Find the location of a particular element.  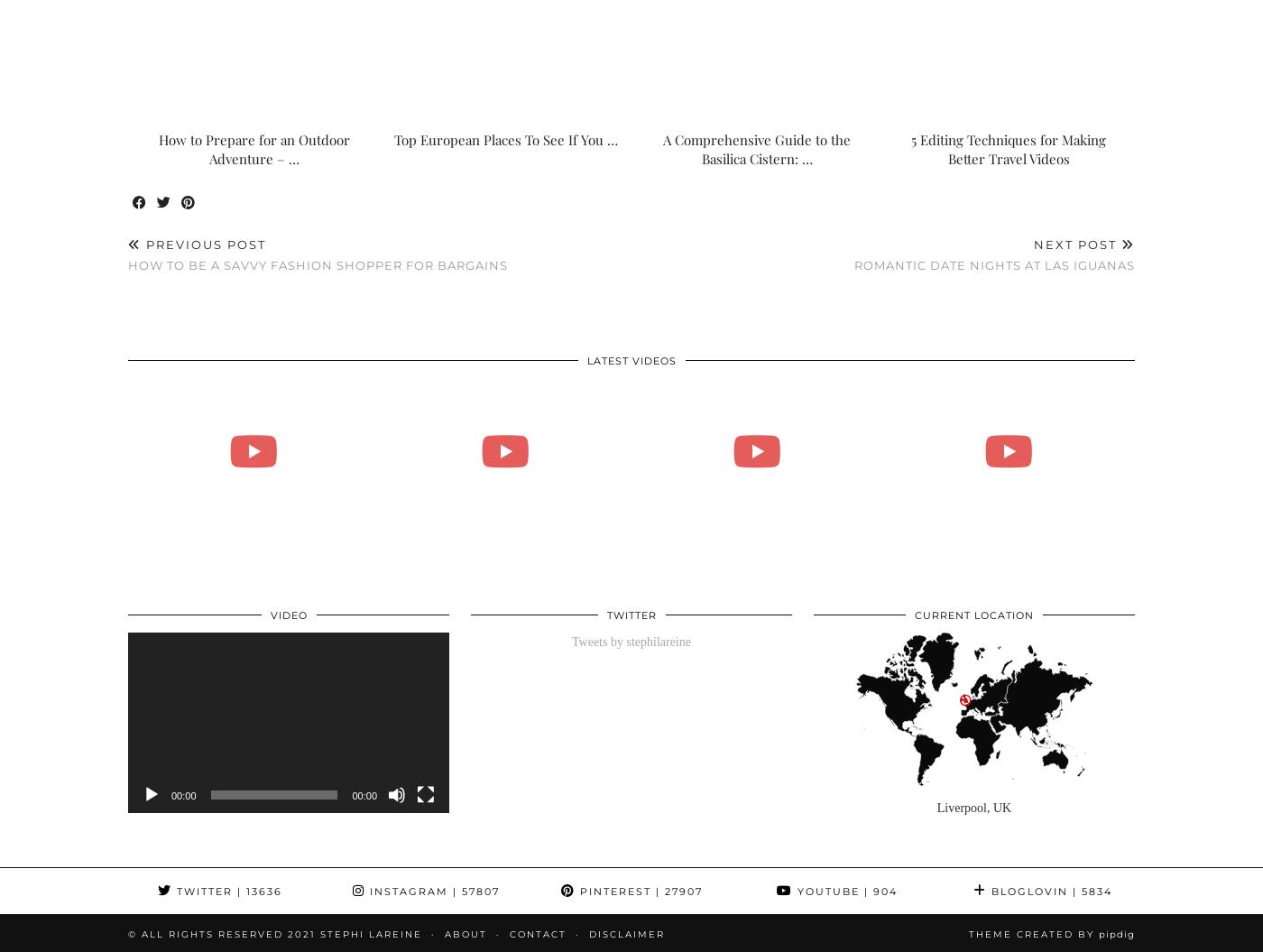

'Liverpool, UK' is located at coordinates (973, 806).